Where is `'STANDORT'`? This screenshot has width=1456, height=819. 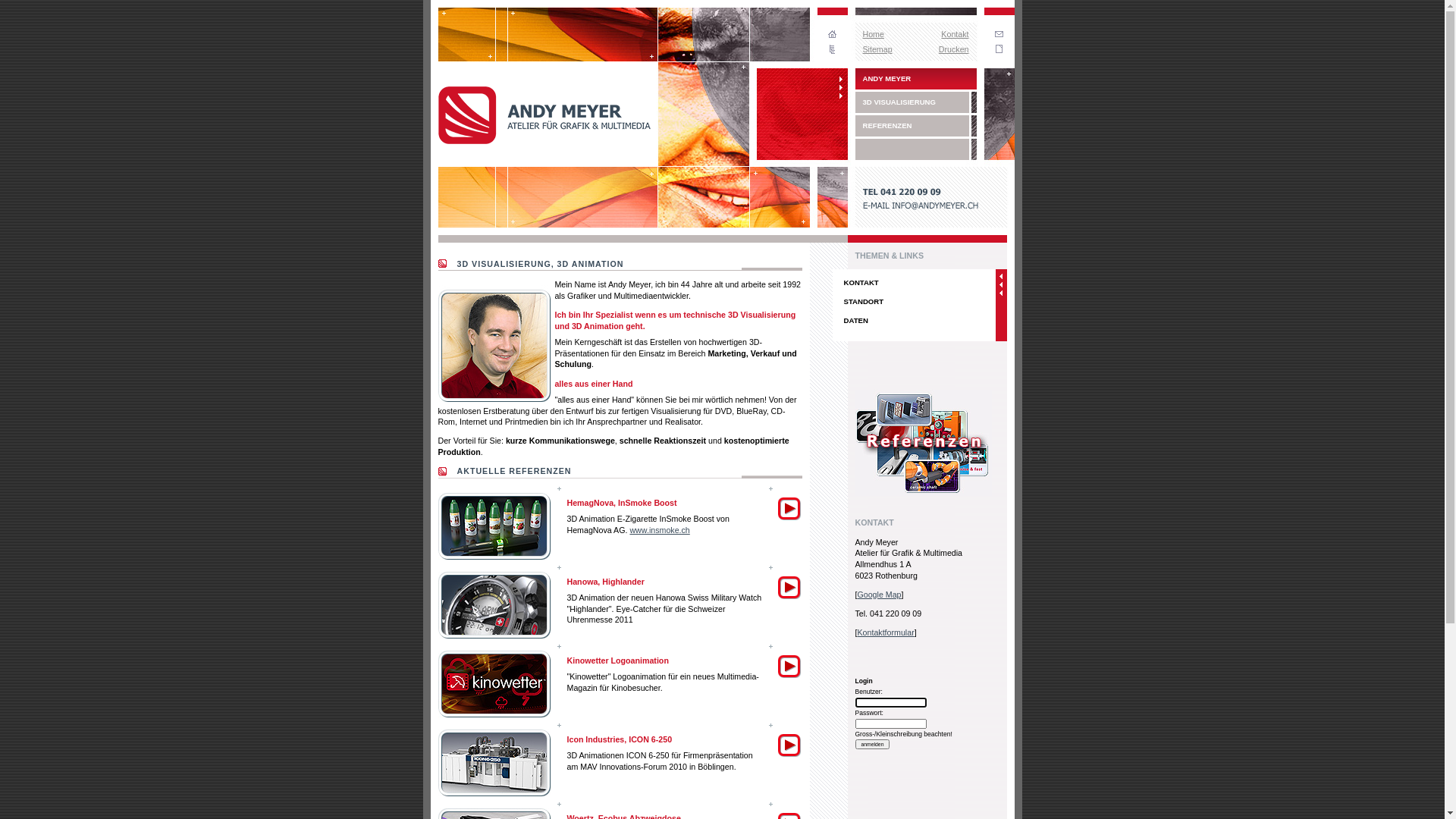
'STANDORT' is located at coordinates (913, 301).